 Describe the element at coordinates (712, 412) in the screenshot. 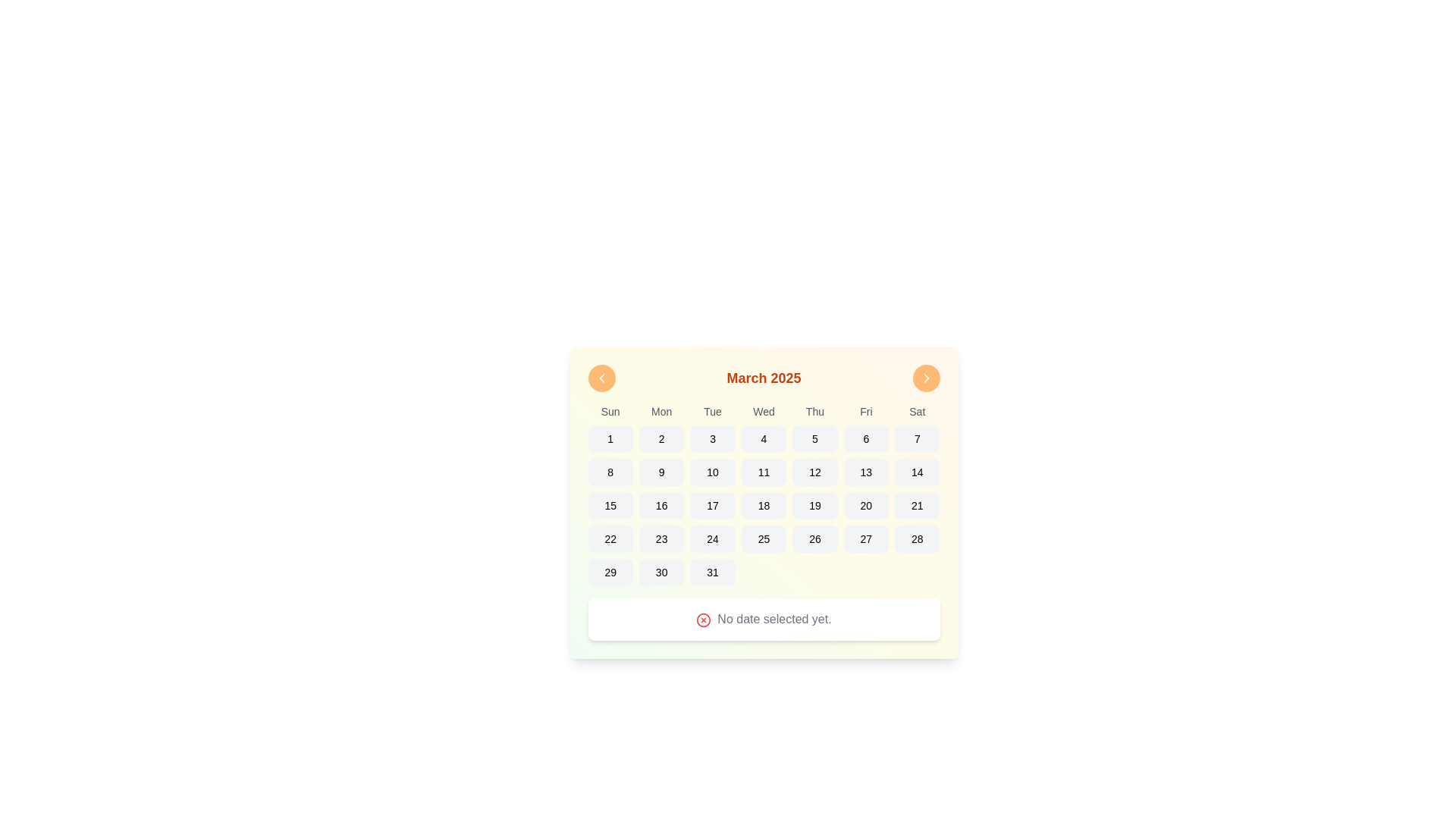

I see `the static text label indicating 'Tuesday' in the calendar layout, which is the third item in the header row of weekday names` at that location.